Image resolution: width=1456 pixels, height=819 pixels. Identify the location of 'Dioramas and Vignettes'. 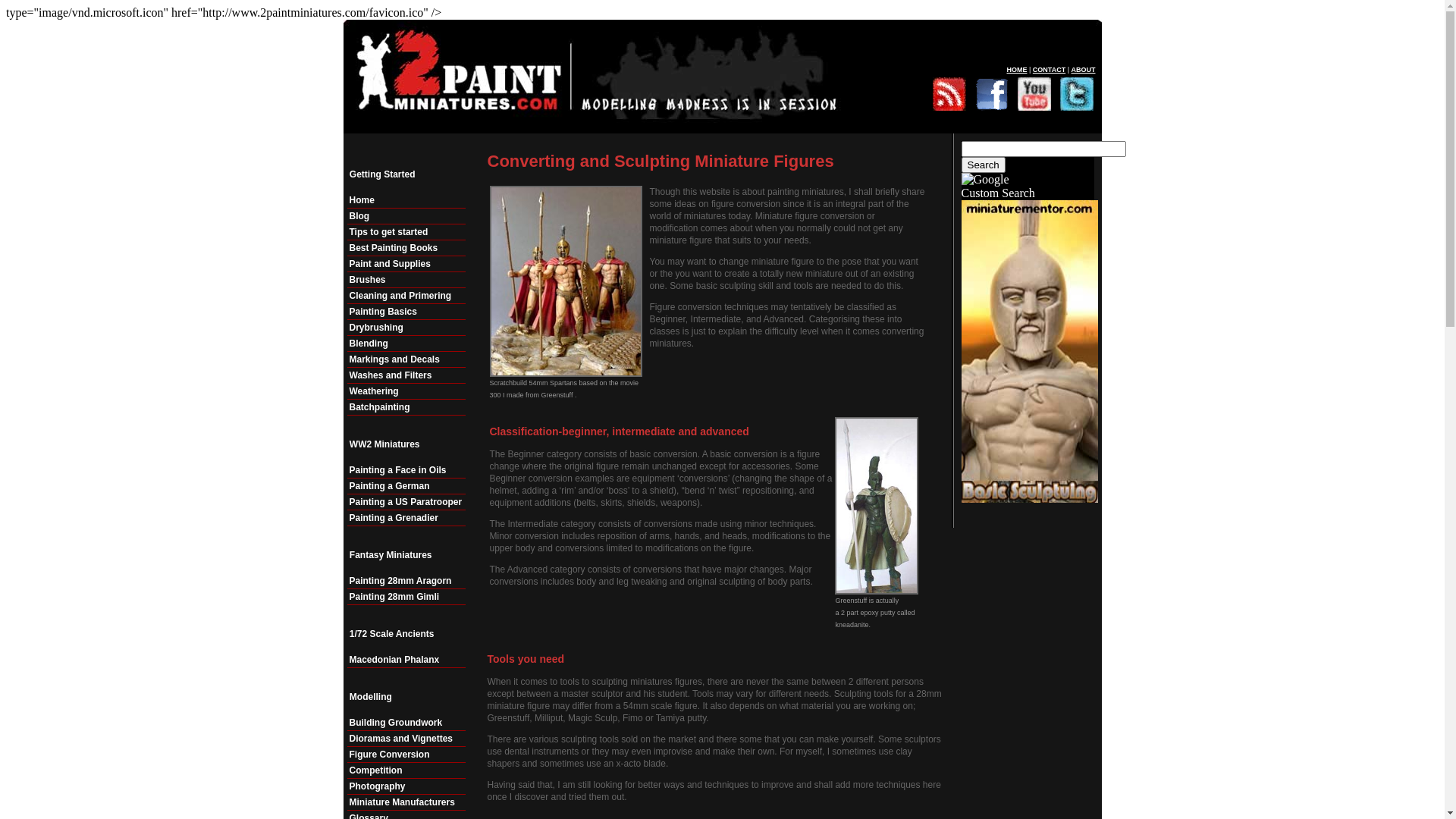
(406, 738).